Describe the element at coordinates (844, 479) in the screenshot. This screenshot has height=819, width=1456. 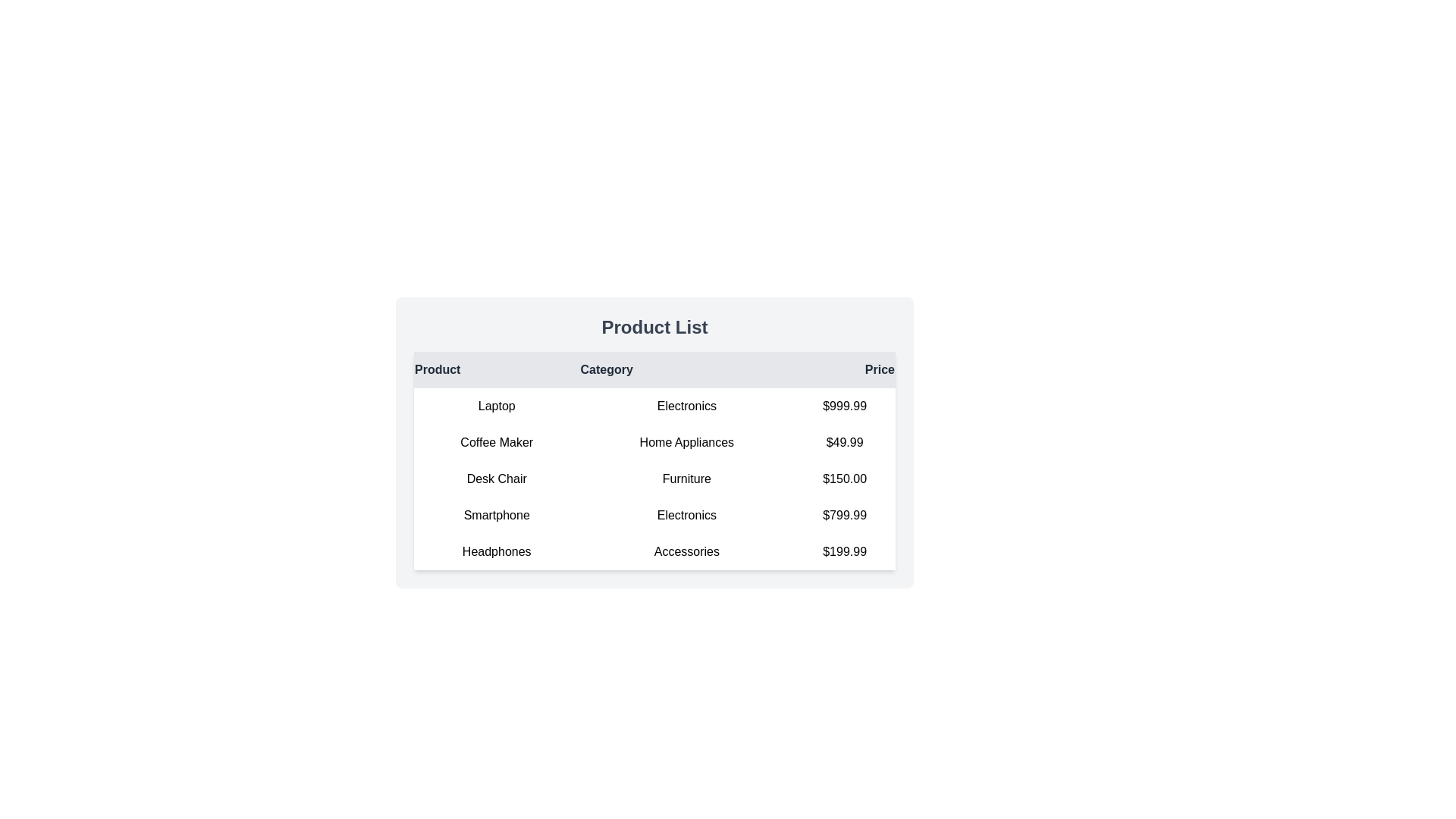
I see `the price text element displaying '$150.00', which is located in the third row of the table under the 'Price' column, to the right of 'Furniture' in the 'Category' column and 'Desk Chair' in the 'Product' column` at that location.